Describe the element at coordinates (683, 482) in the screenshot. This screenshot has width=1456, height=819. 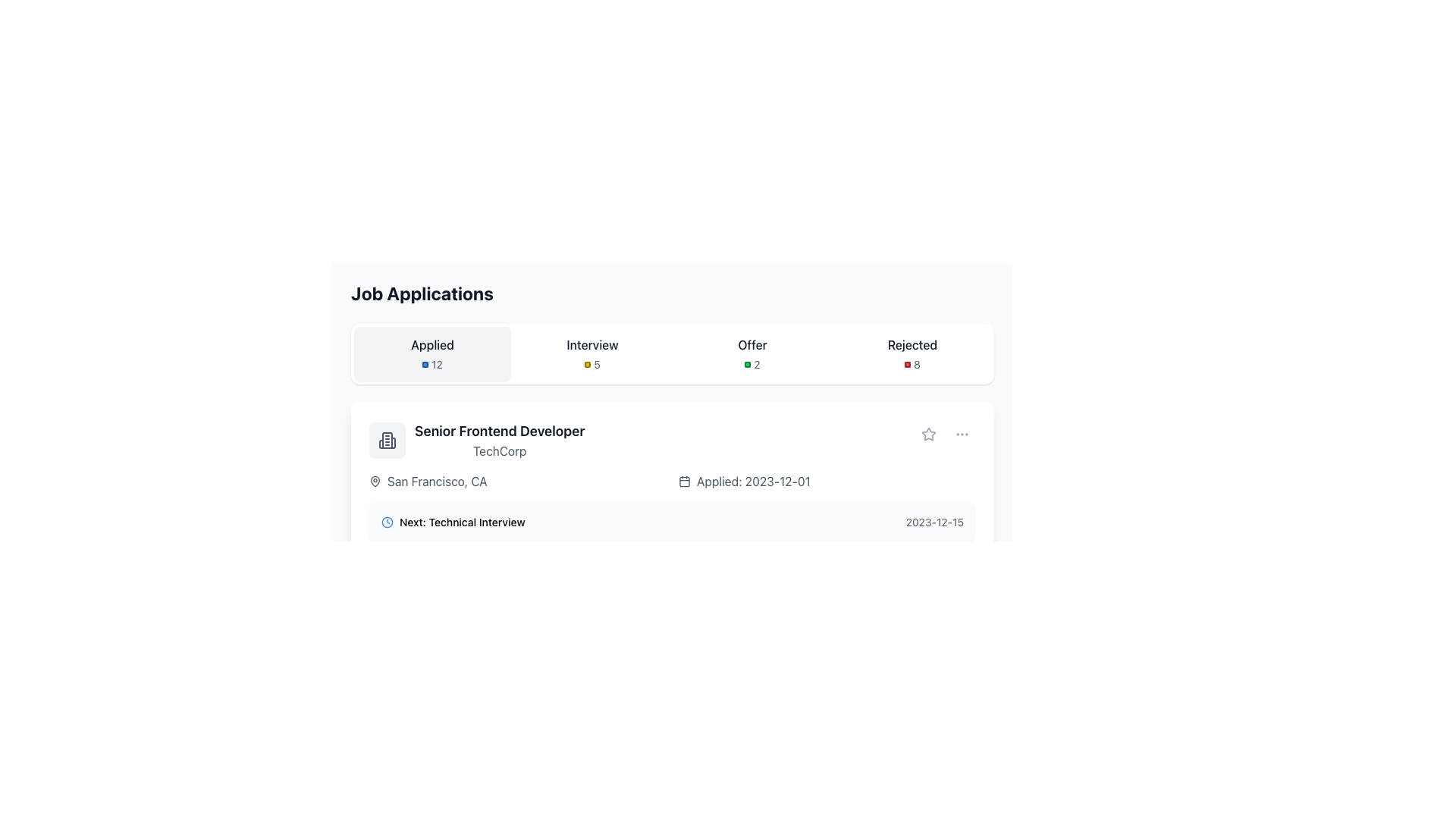
I see `the rectangular calendar icon with softly rounded corners located in the job application summary section` at that location.